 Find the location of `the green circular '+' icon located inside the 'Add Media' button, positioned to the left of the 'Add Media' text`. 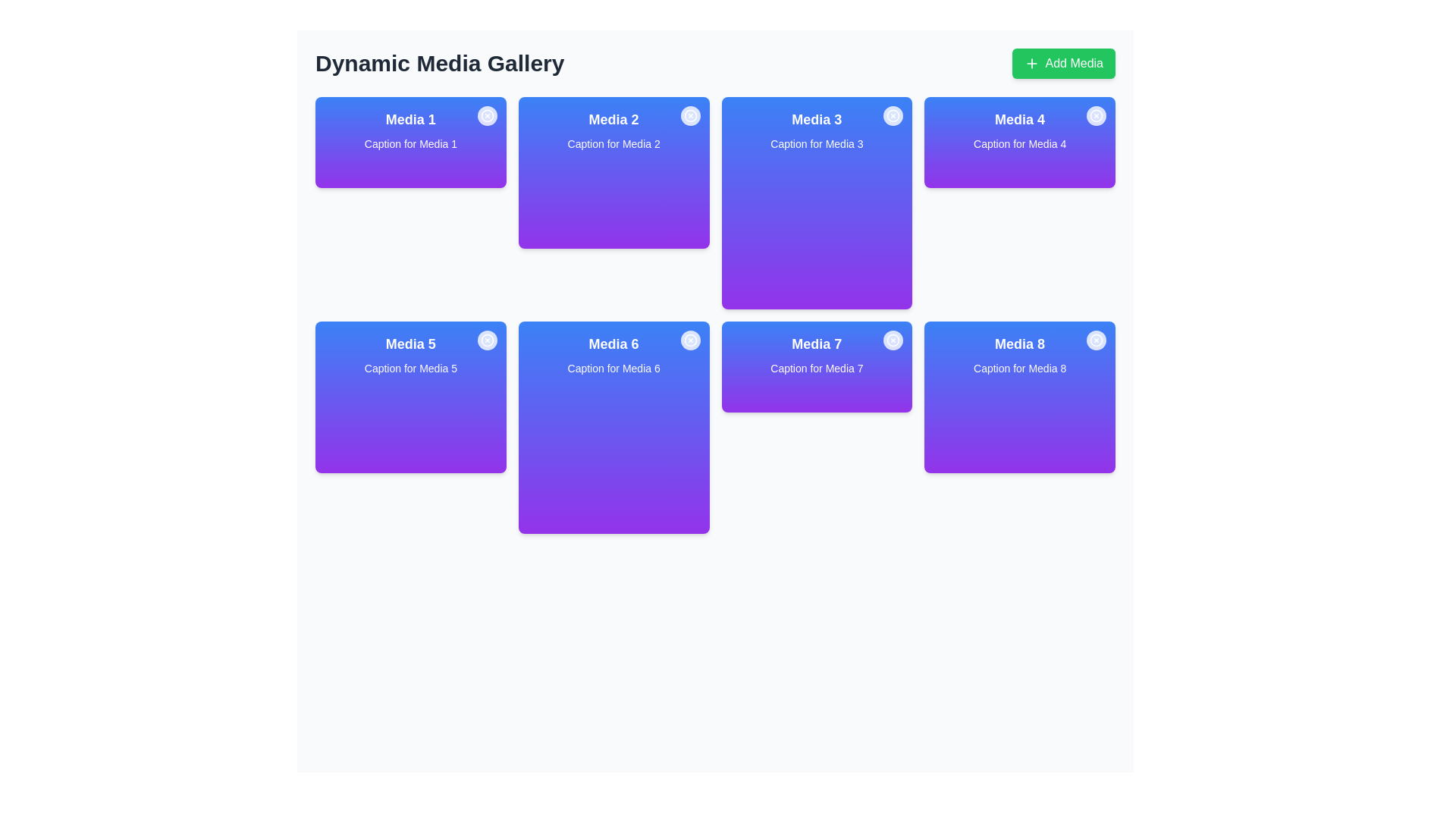

the green circular '+' icon located inside the 'Add Media' button, positioned to the left of the 'Add Media' text is located at coordinates (1031, 63).